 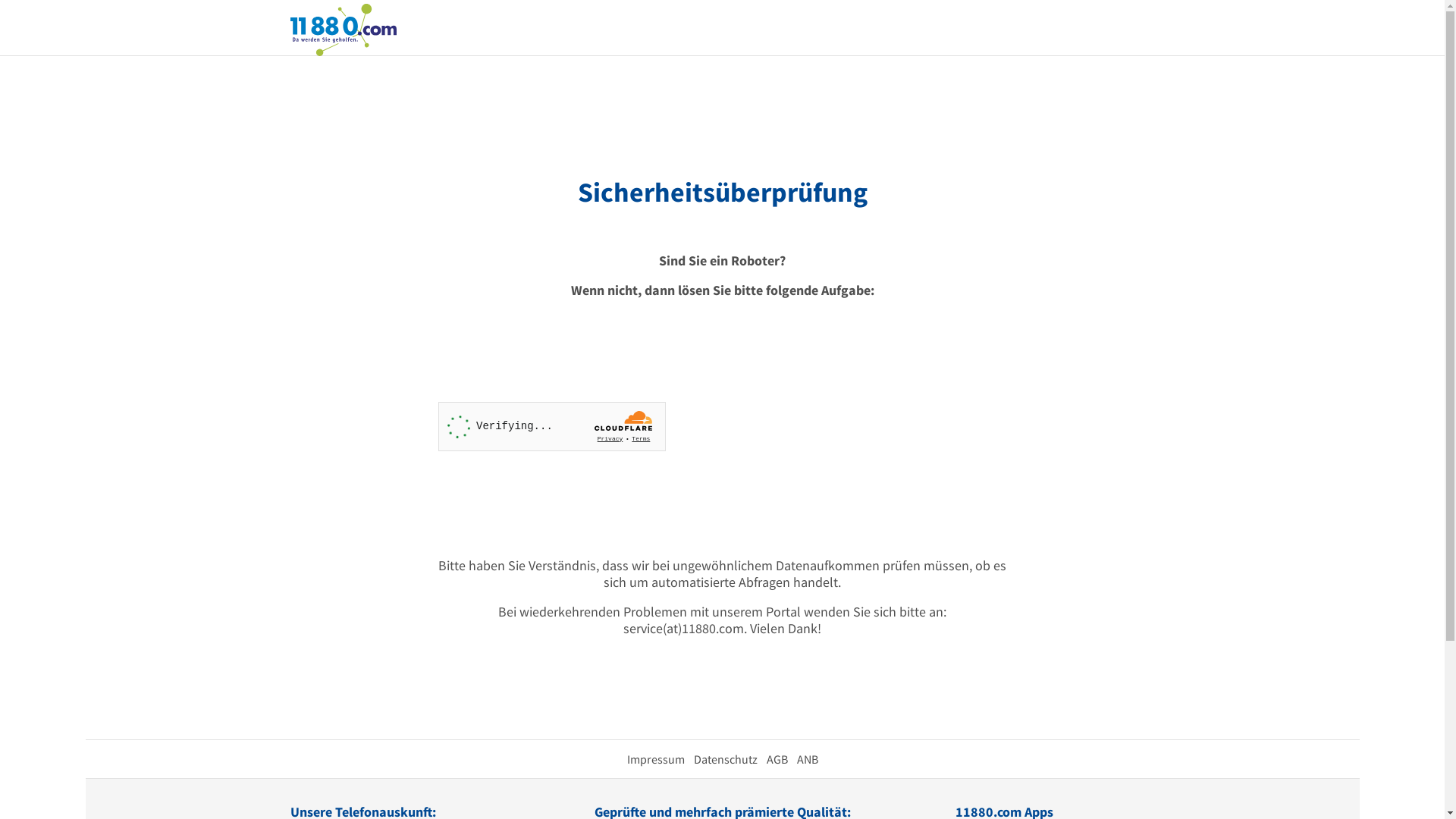 What do you see at coordinates (806, 759) in the screenshot?
I see `'ANB'` at bounding box center [806, 759].